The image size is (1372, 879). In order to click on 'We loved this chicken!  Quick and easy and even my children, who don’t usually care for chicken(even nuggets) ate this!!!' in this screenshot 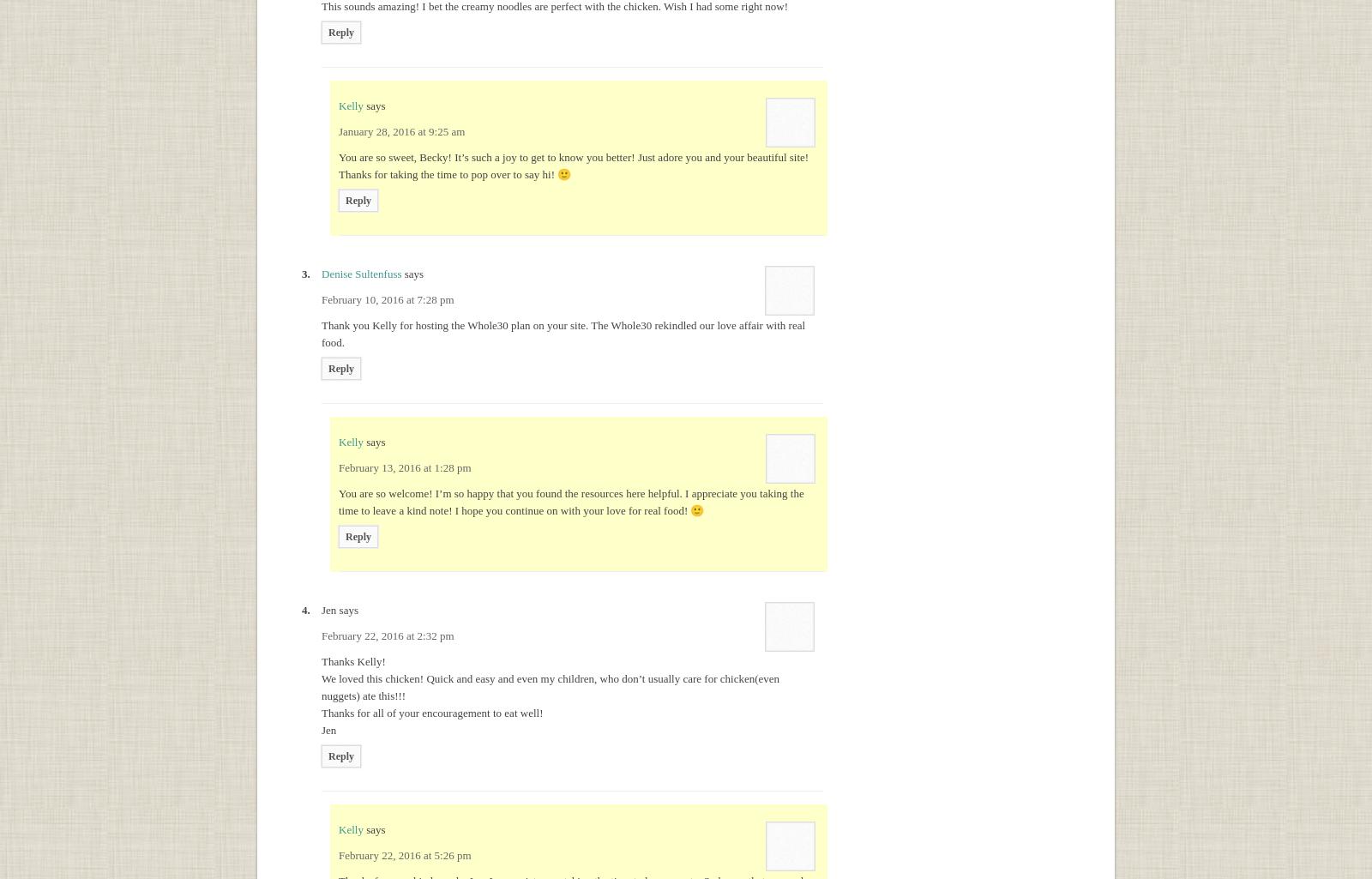, I will do `click(550, 686)`.